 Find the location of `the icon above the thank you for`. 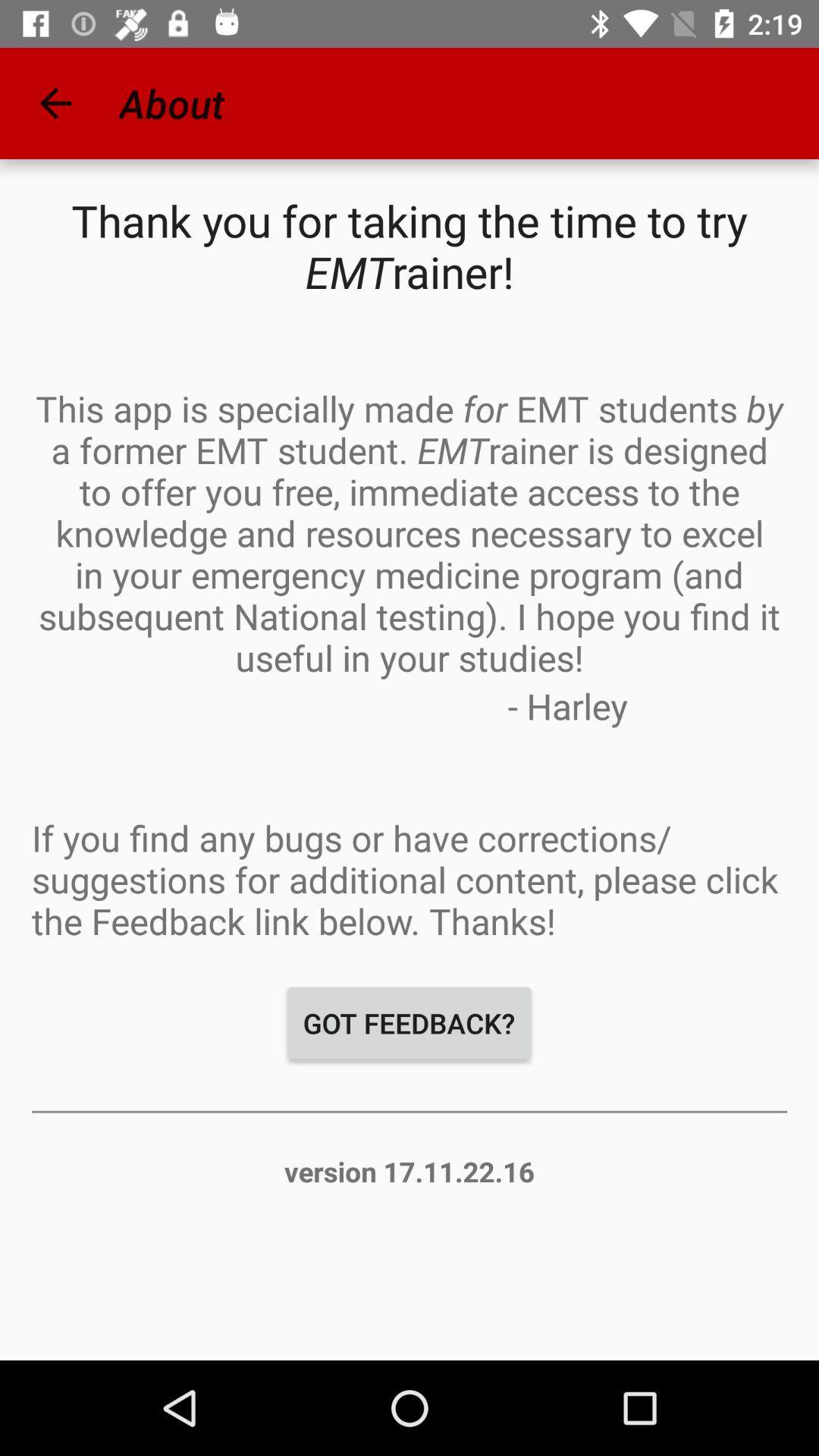

the icon above the thank you for is located at coordinates (55, 102).